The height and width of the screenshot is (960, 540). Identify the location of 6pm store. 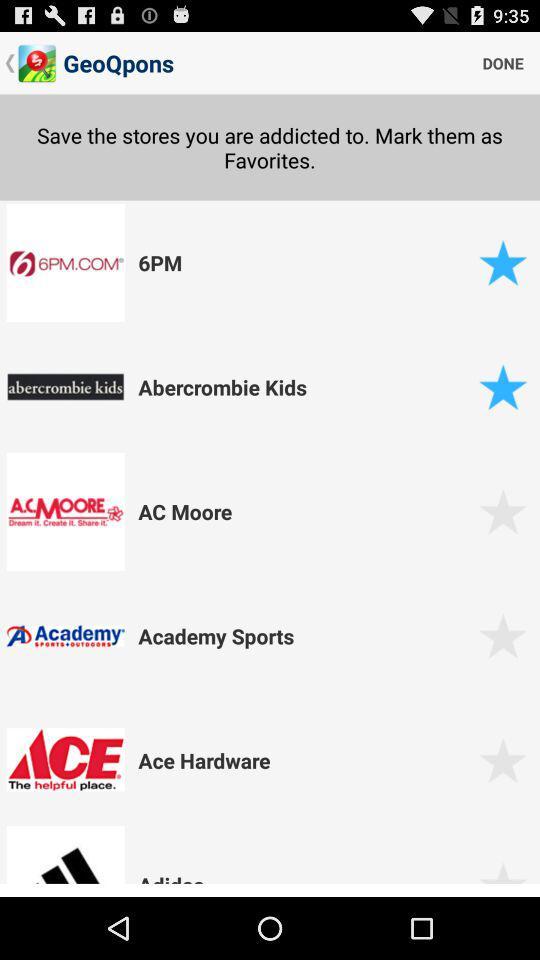
(502, 261).